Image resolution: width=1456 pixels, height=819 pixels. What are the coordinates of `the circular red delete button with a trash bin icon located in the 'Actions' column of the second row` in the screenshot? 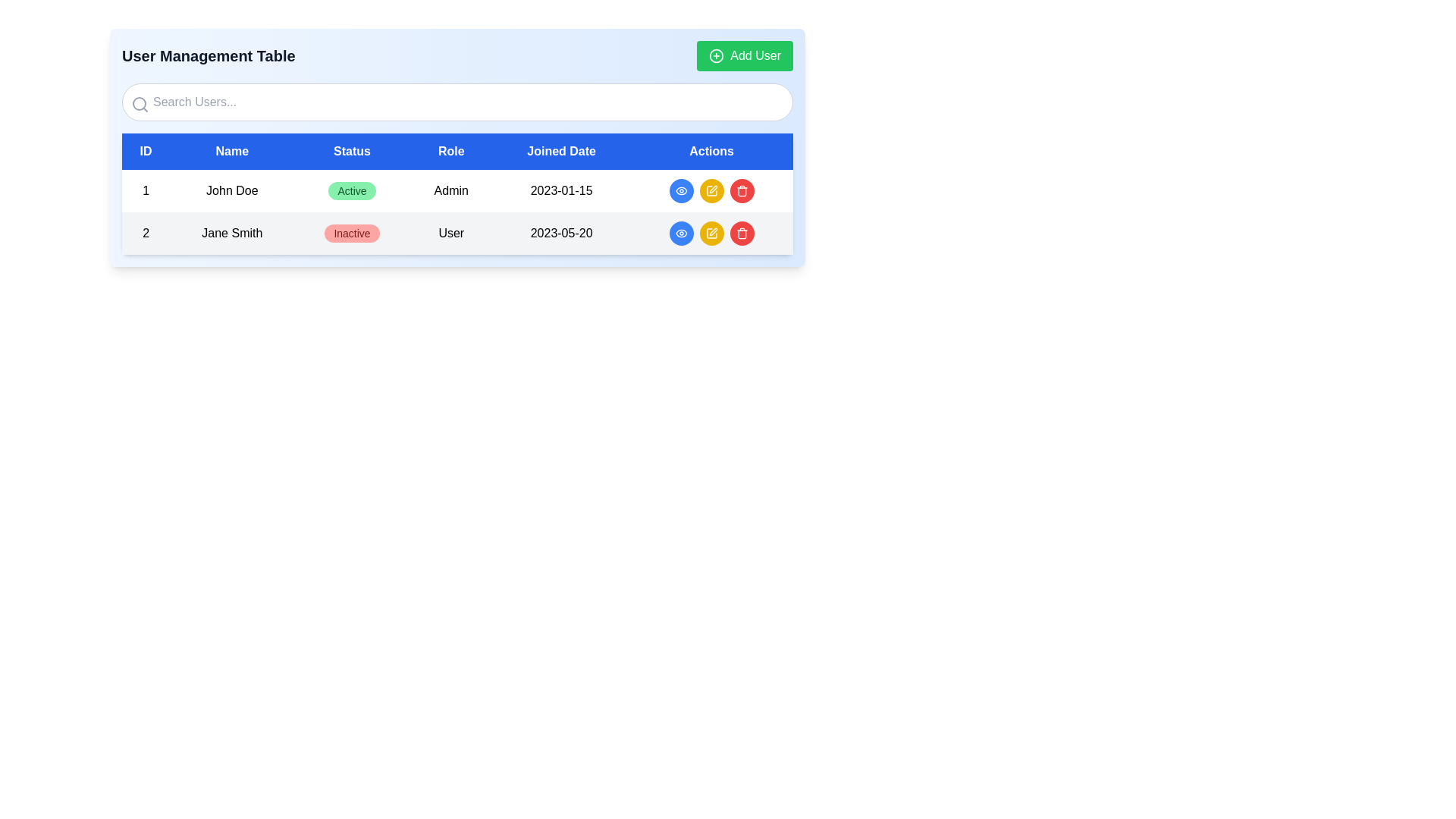 It's located at (742, 234).